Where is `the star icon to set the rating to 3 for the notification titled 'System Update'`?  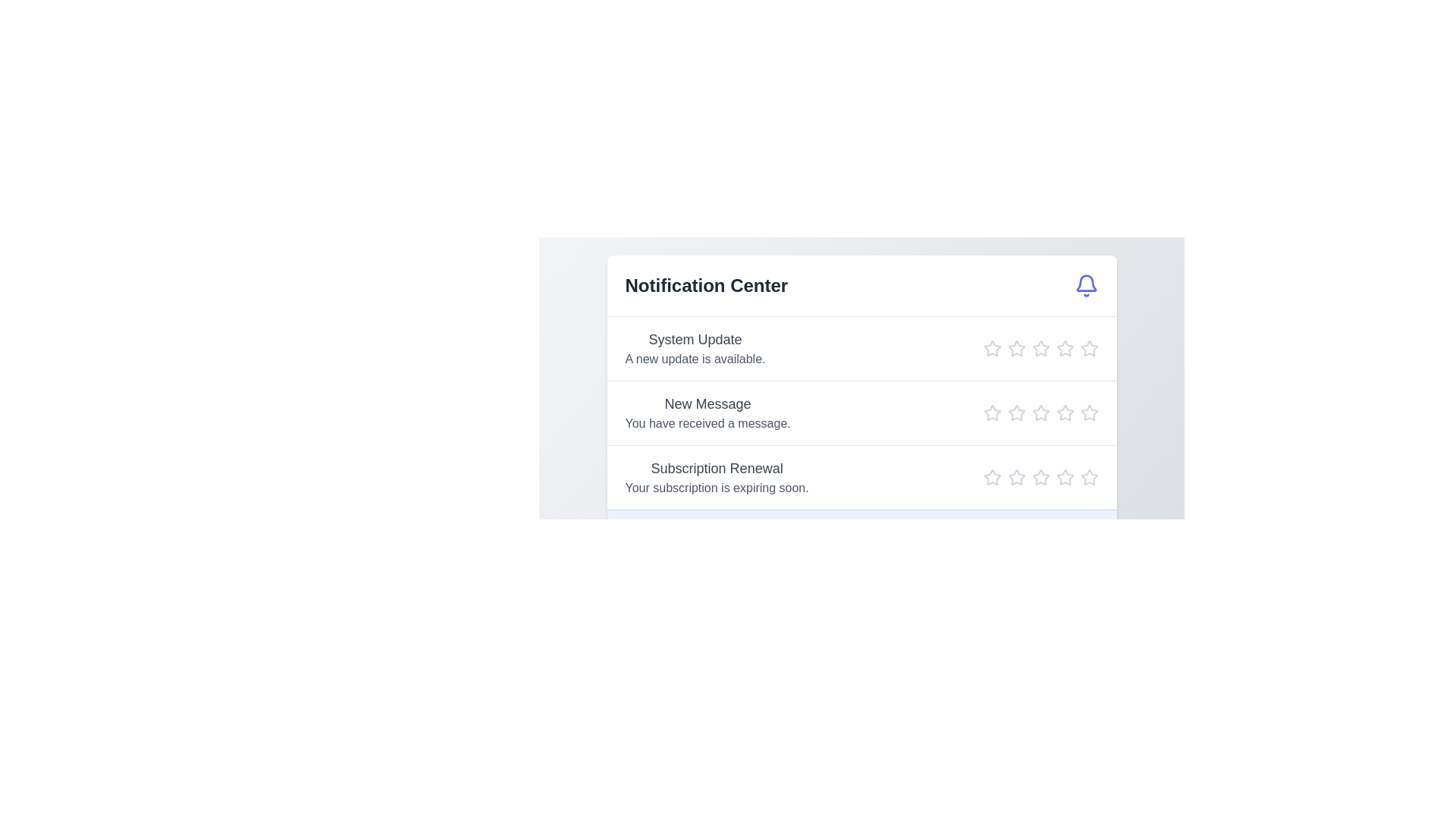 the star icon to set the rating to 3 for the notification titled 'System Update' is located at coordinates (1040, 348).